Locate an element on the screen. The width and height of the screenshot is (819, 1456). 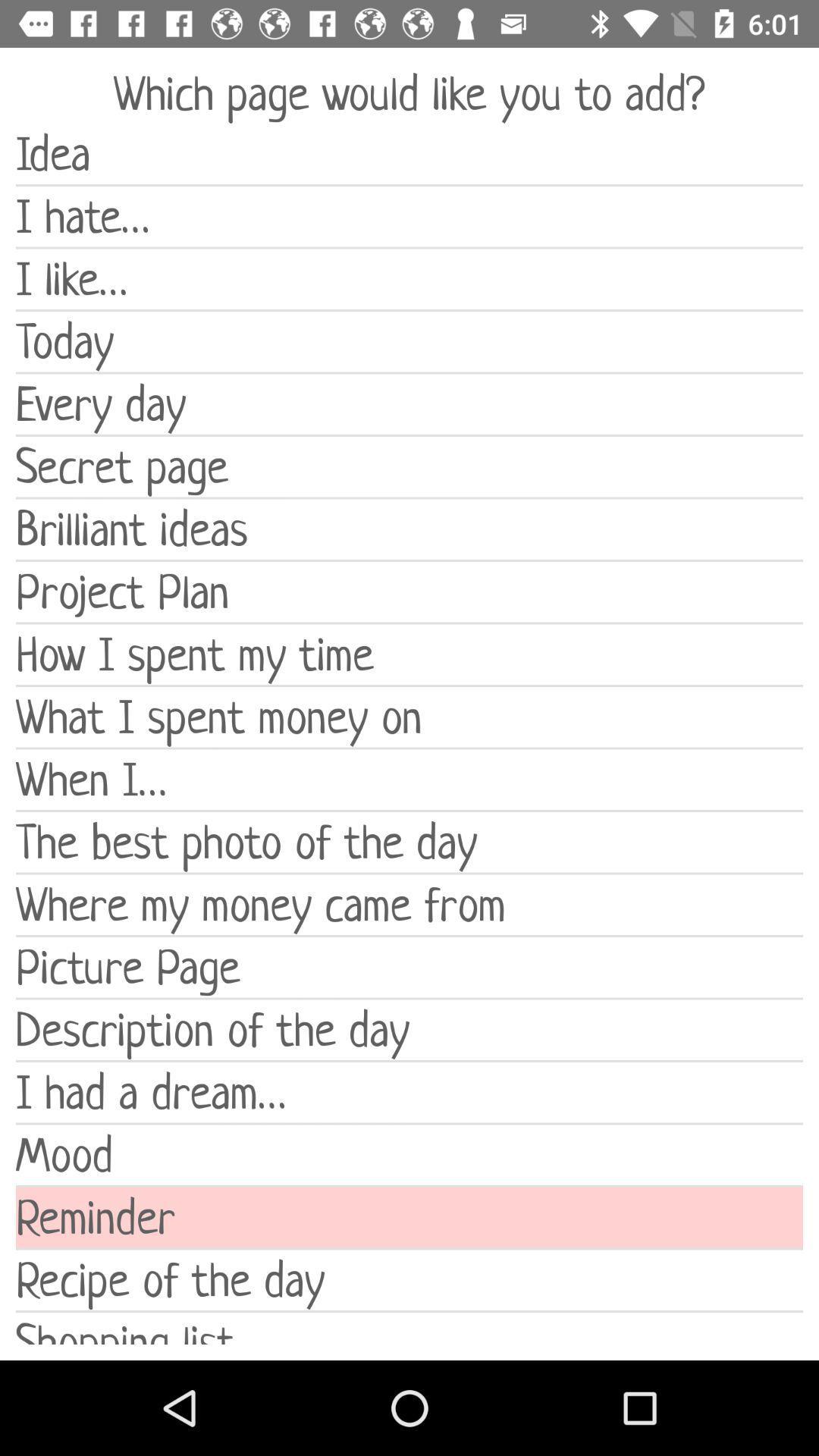
the idea is located at coordinates (409, 154).